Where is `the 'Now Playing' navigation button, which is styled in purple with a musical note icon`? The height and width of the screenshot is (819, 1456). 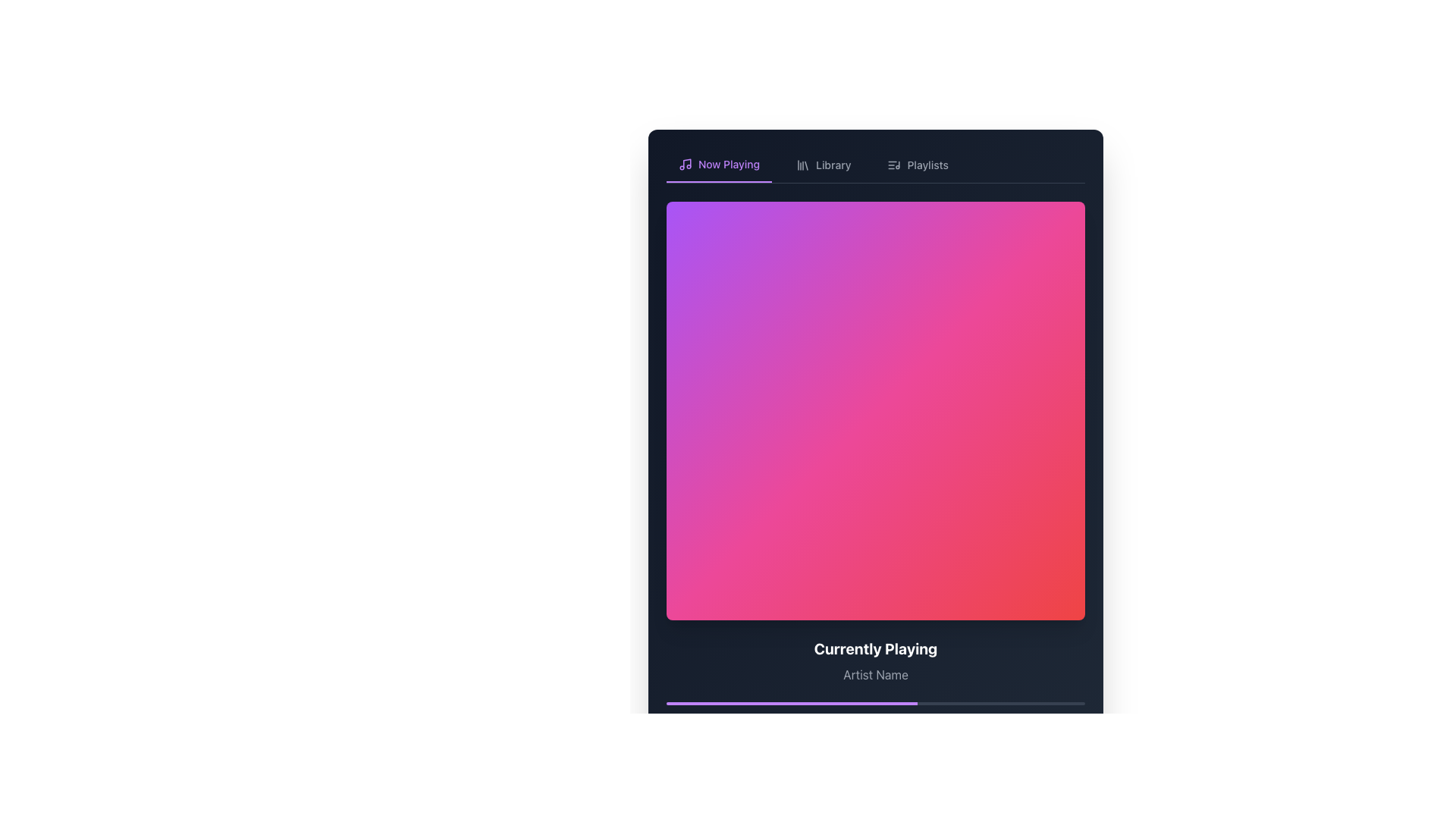
the 'Now Playing' navigation button, which is styled in purple with a musical note icon is located at coordinates (718, 165).